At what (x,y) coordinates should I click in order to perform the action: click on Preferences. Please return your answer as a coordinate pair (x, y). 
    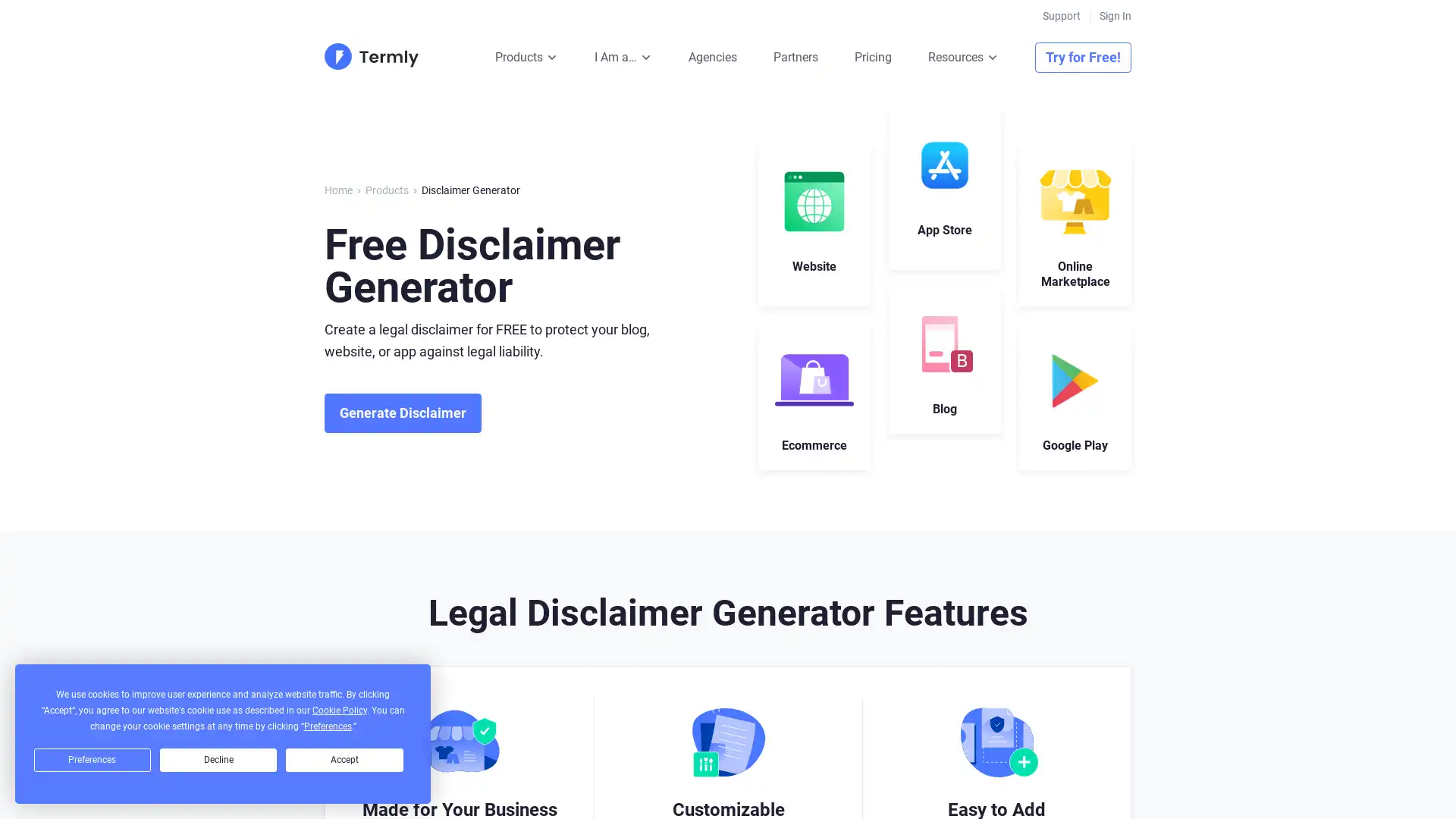
    Looking at the image, I should click on (91, 760).